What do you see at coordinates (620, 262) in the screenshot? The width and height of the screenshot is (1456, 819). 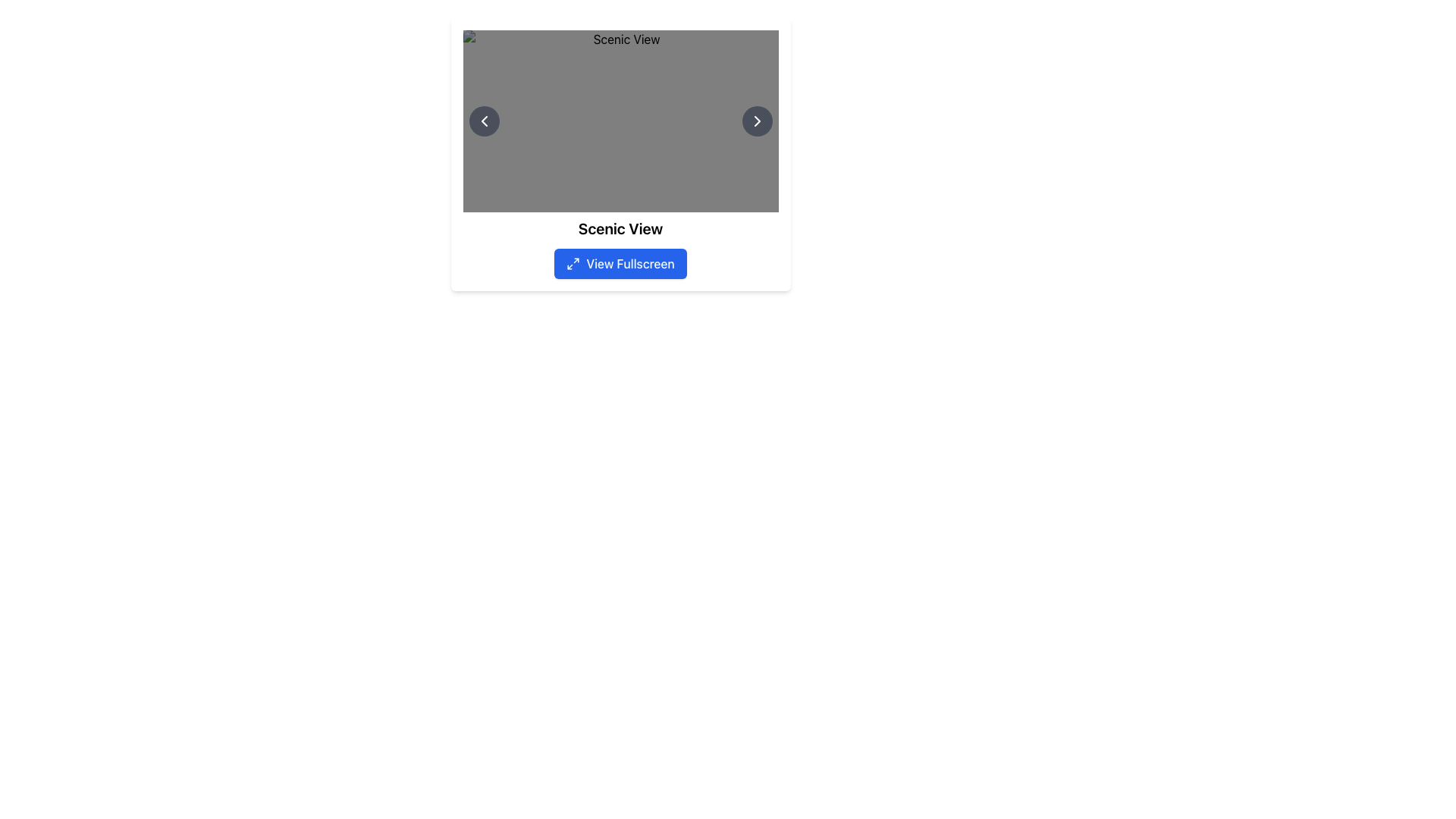 I see `the fullscreen toggle button located below the 'Scenic View' heading` at bounding box center [620, 262].